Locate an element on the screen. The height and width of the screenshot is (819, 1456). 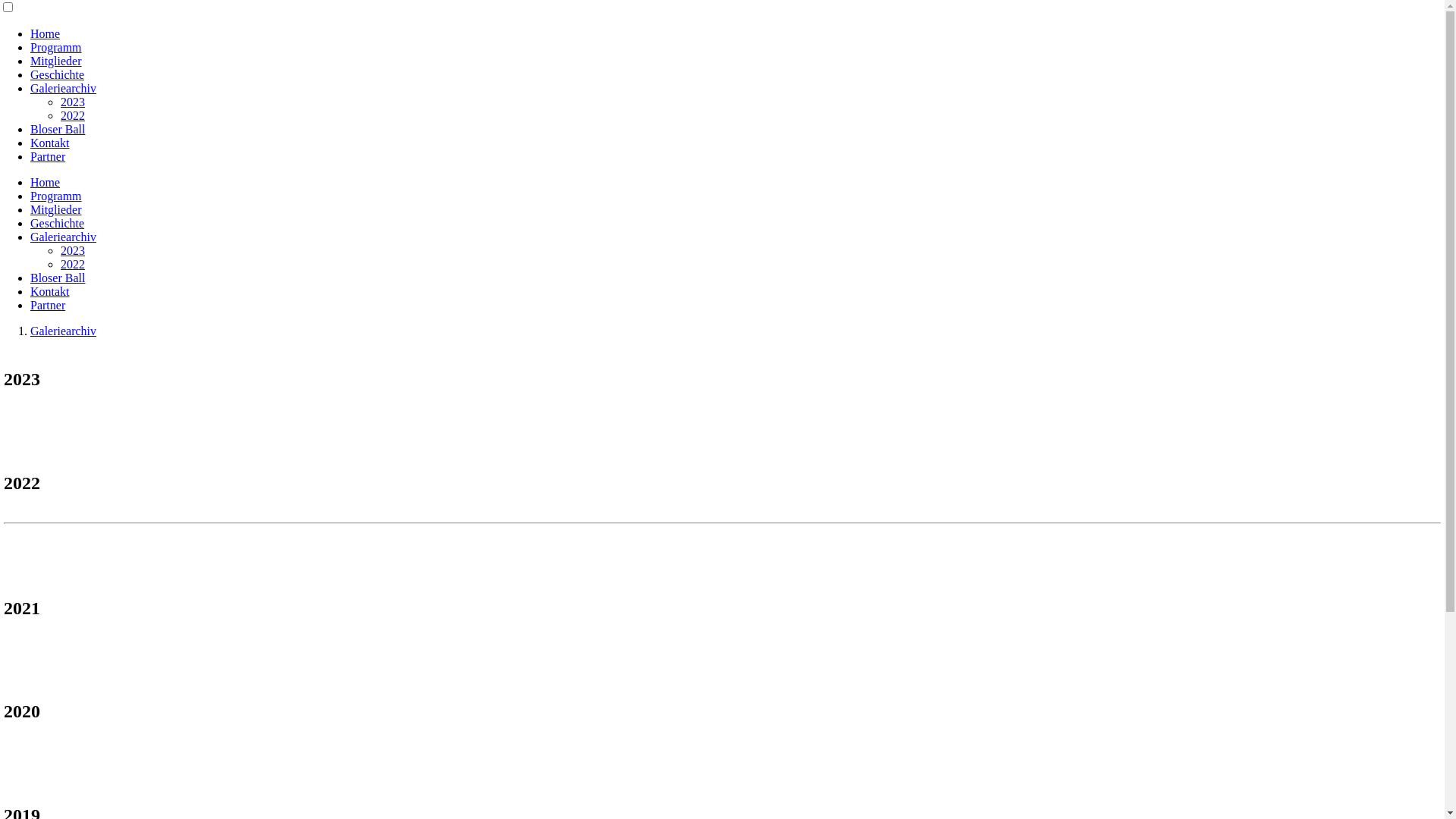
'Mitglieder' is located at coordinates (30, 209).